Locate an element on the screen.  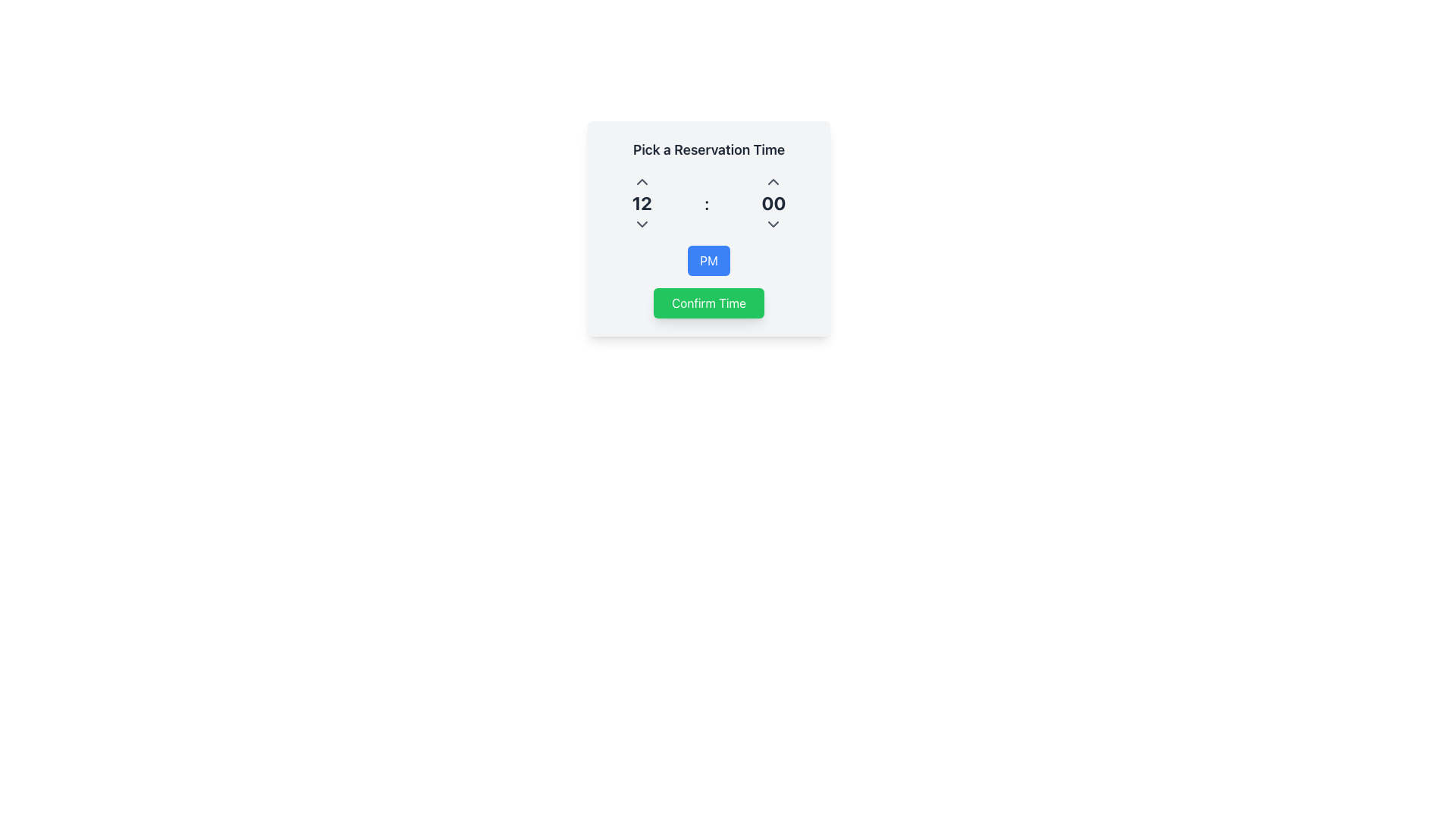
the Time Selector element displaying '00' to increment or decrement the minutes is located at coordinates (773, 202).